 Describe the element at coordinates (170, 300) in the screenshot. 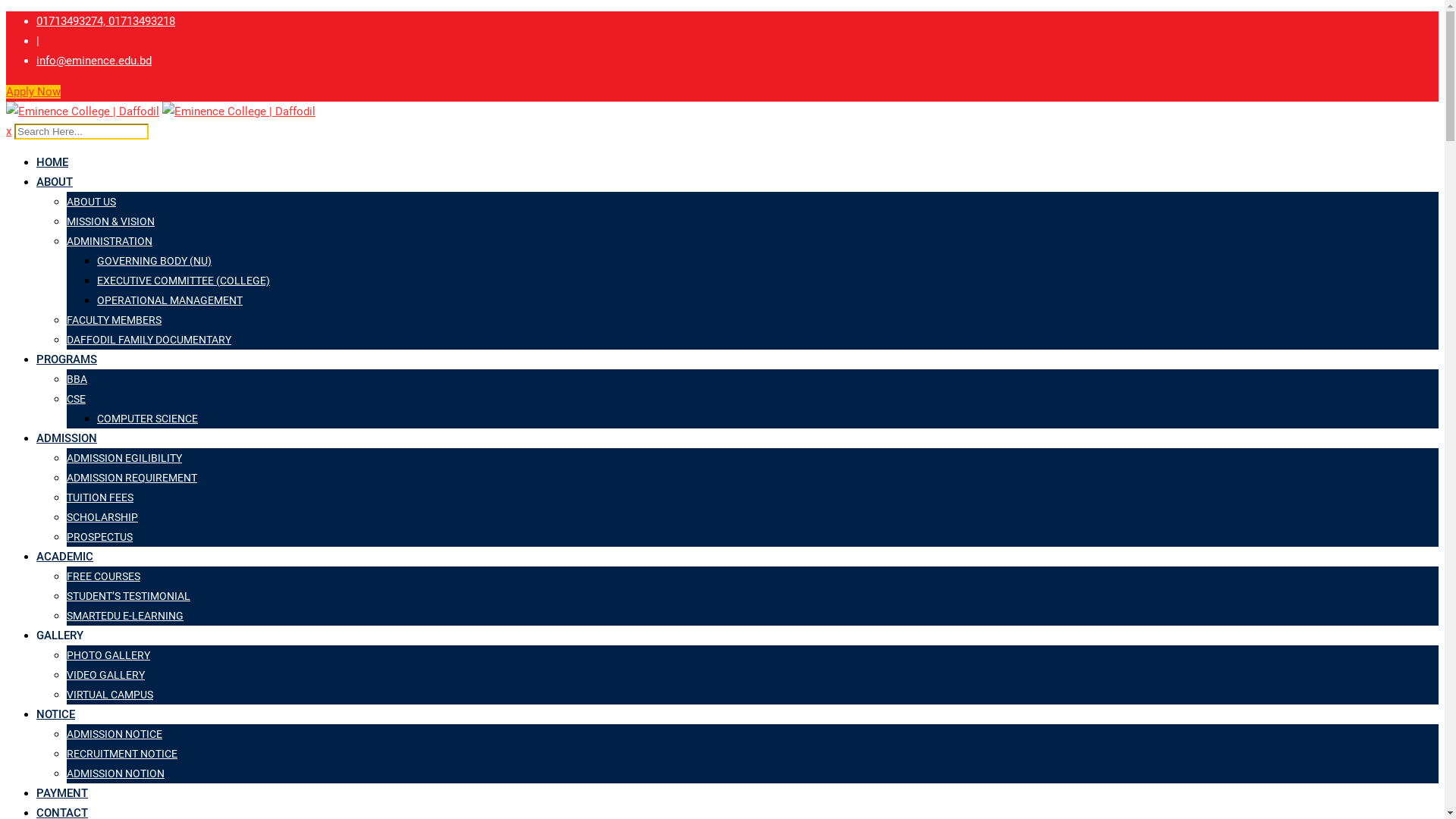

I see `'OPERATIONAL MANAGEMENT'` at that location.